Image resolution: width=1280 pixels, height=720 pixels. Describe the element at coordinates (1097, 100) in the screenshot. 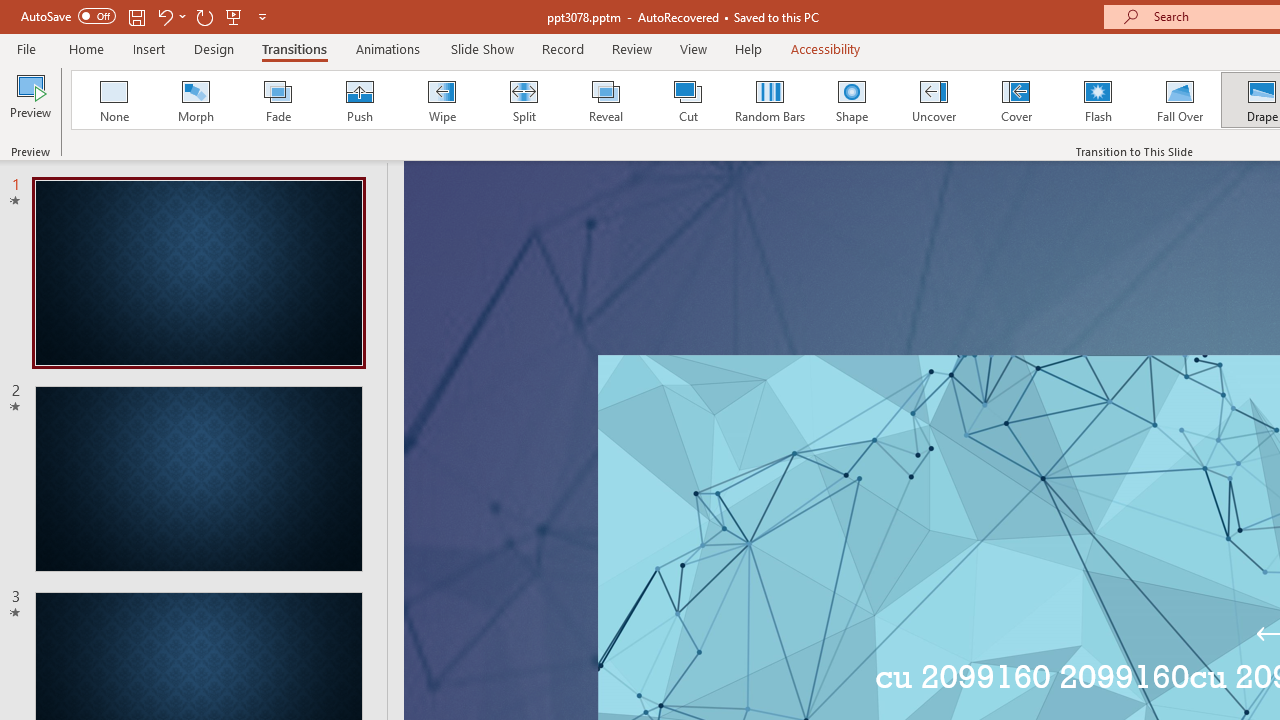

I see `'Flash'` at that location.